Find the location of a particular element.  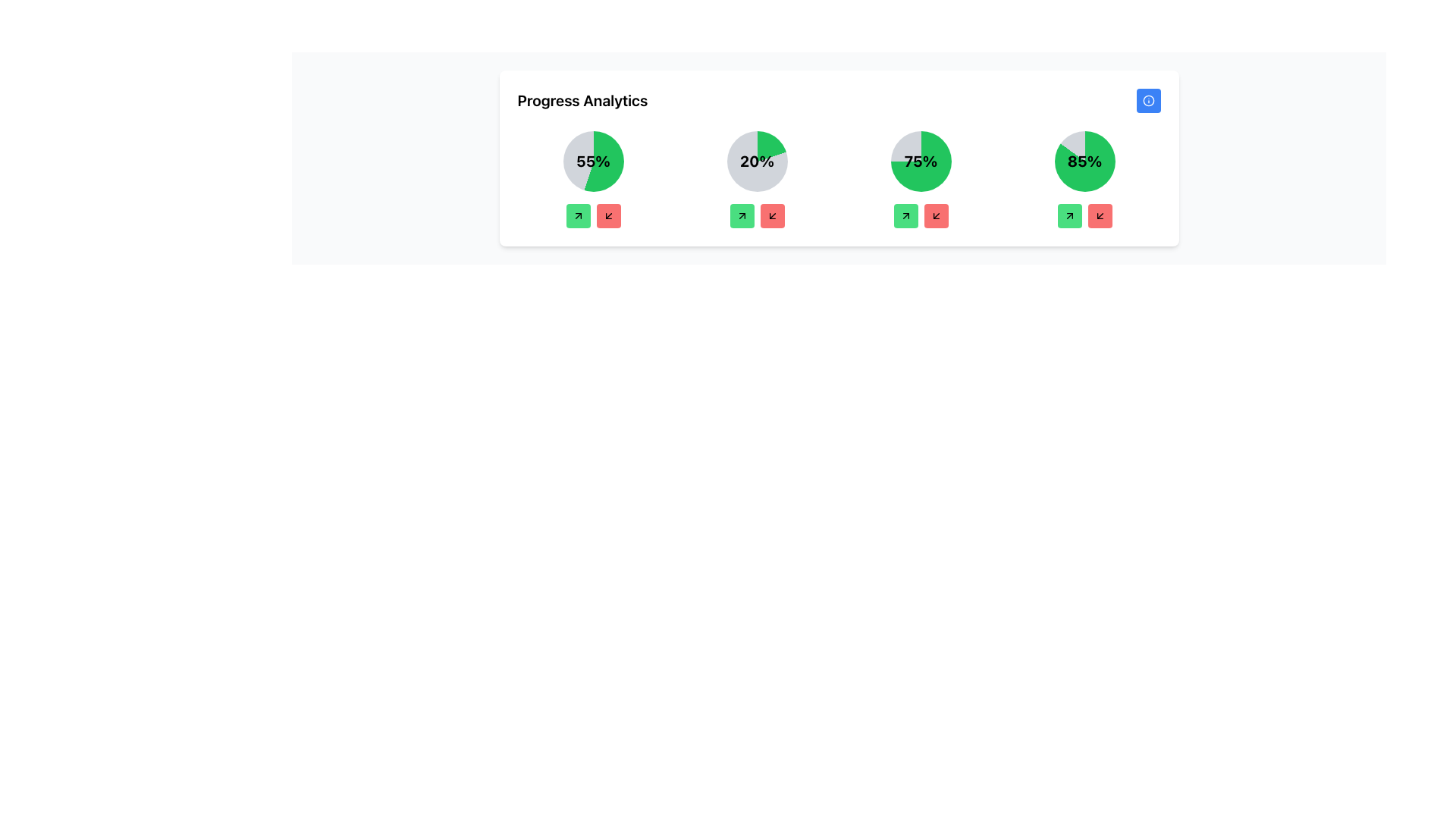

the second red button with a black arrow icon in the 'Progress Analytics' section is located at coordinates (772, 216).